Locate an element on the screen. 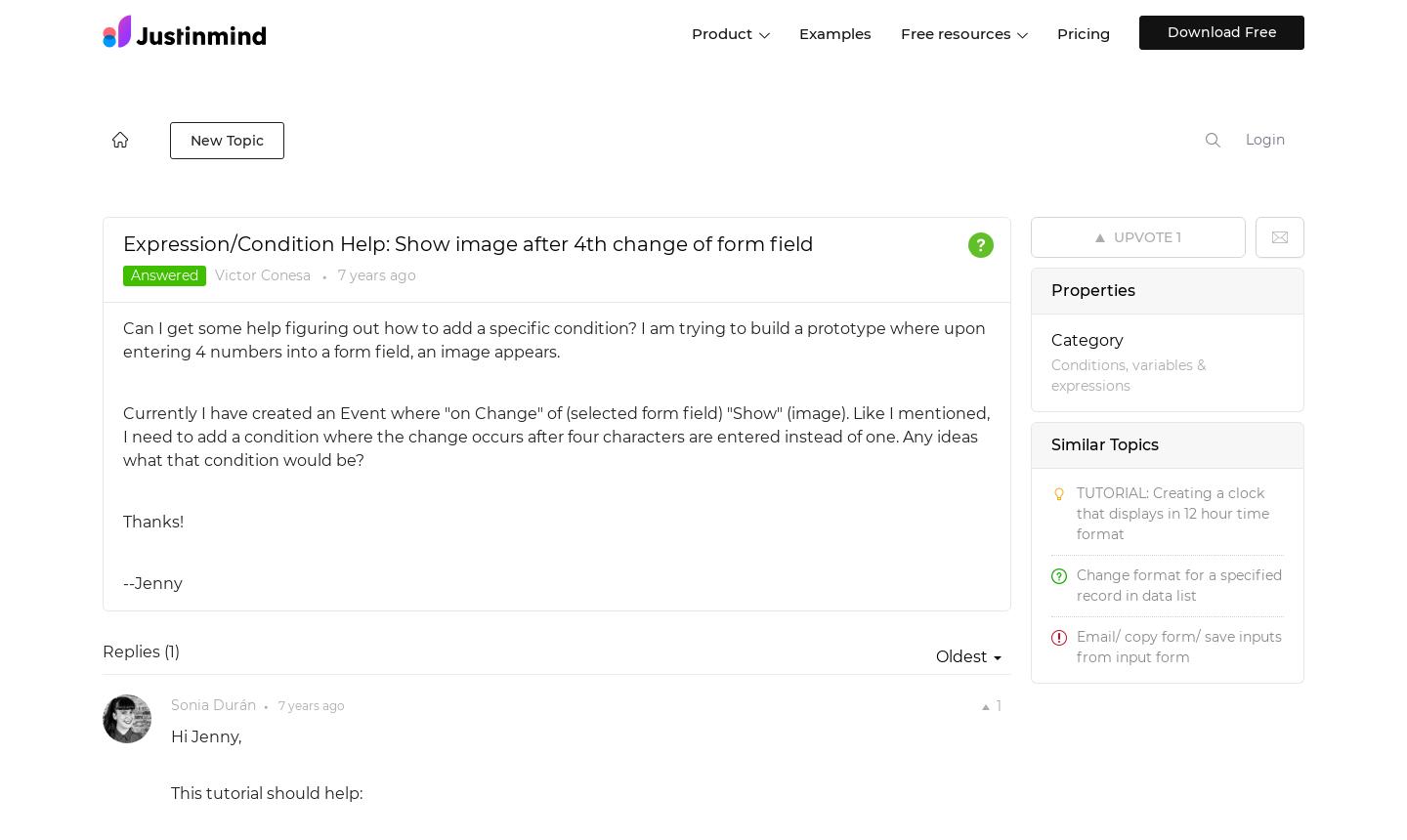  'Prototyping' is located at coordinates (821, 111).